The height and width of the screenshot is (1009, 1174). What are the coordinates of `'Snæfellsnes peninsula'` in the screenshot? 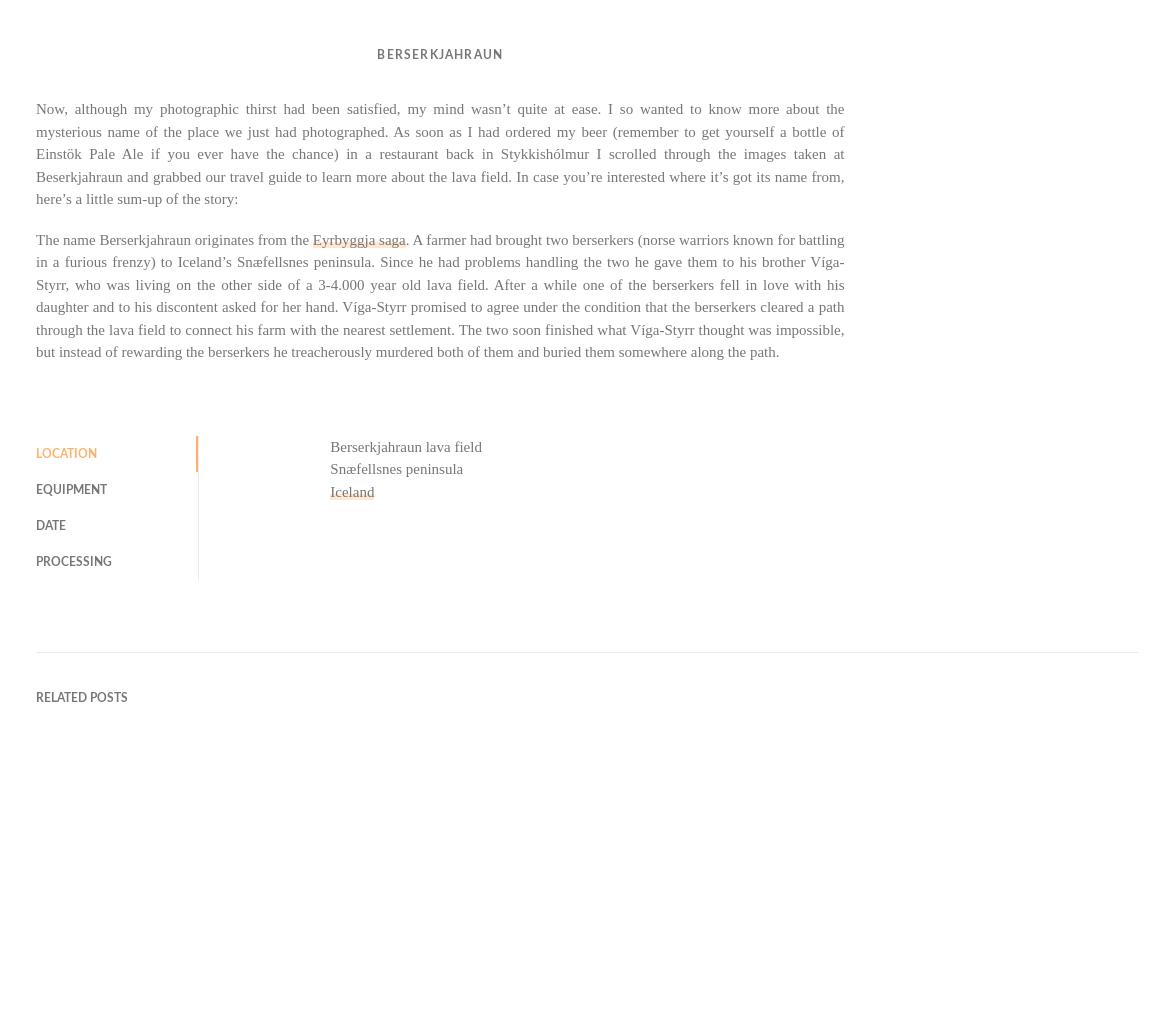 It's located at (395, 467).